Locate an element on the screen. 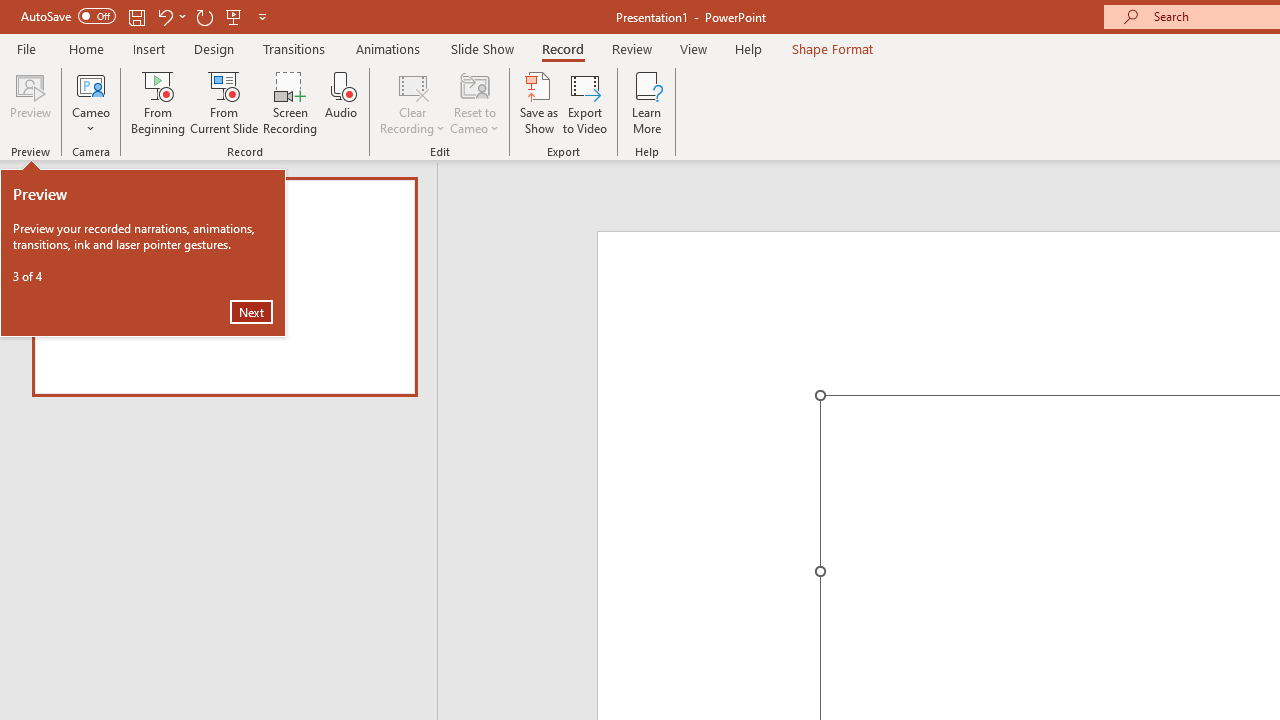 Image resolution: width=1280 pixels, height=720 pixels. 'From Beginning...' is located at coordinates (157, 103).